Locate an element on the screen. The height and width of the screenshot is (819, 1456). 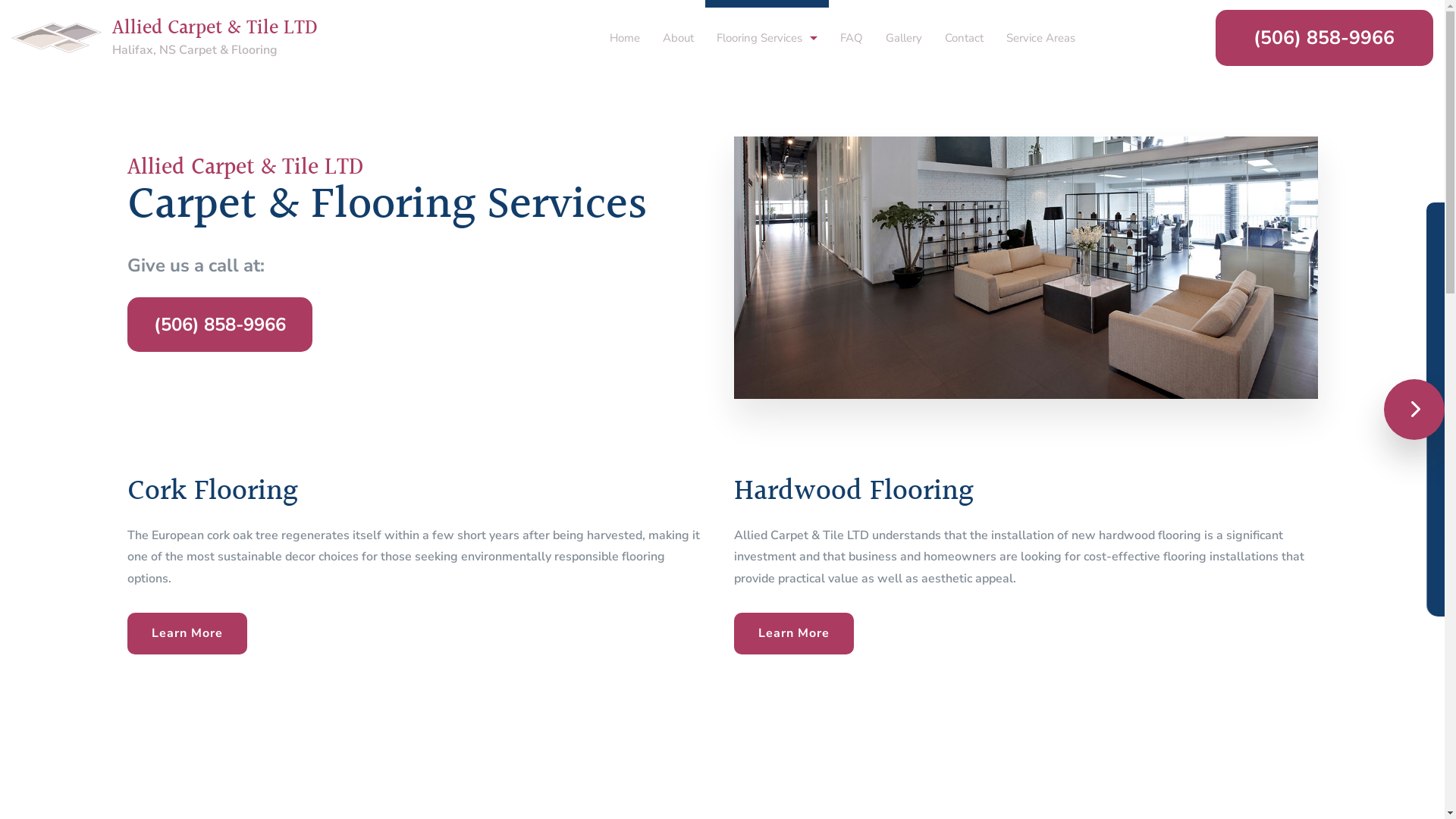
'Gallery' is located at coordinates (903, 27).